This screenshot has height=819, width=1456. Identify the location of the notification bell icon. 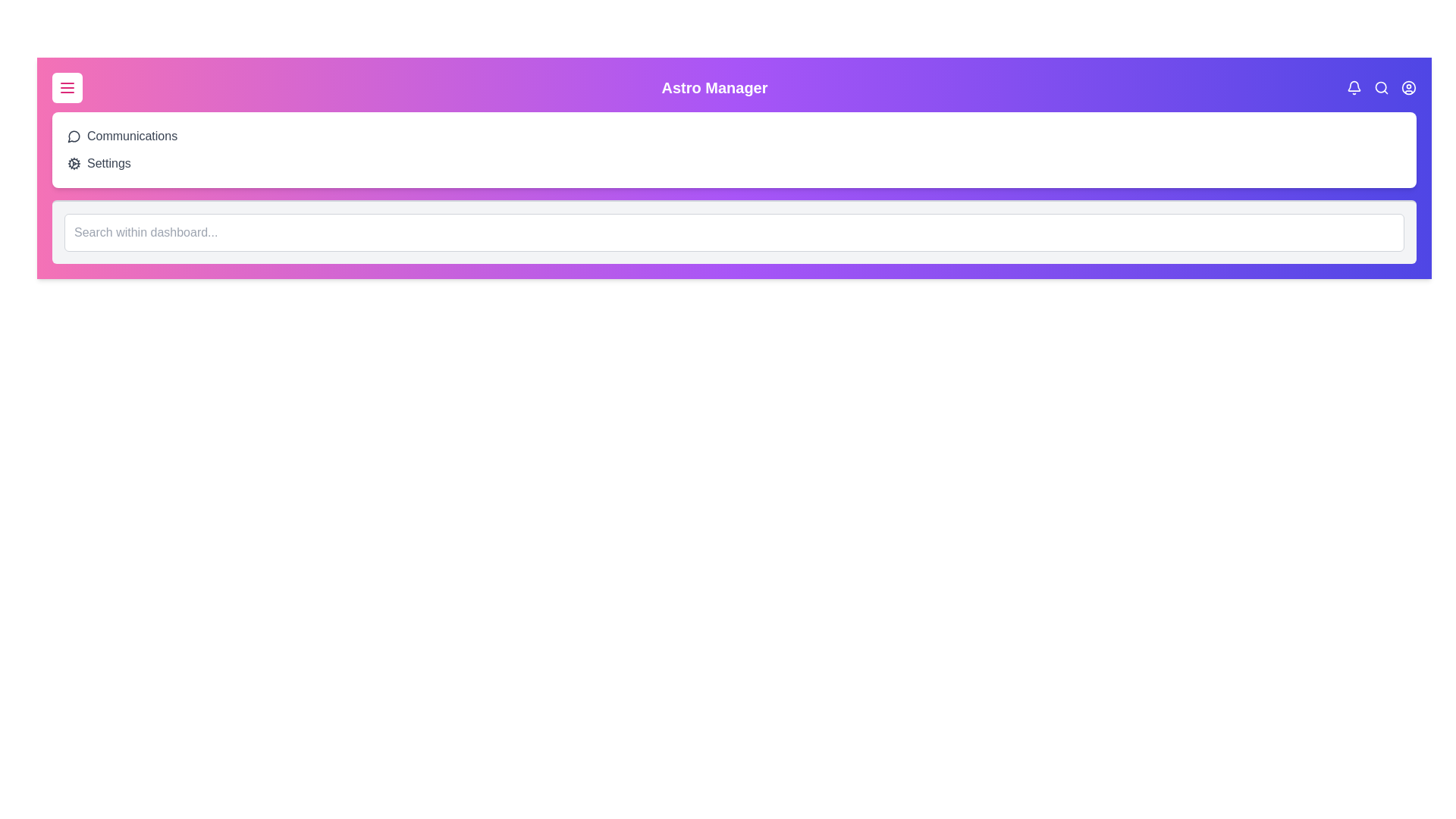
(1354, 87).